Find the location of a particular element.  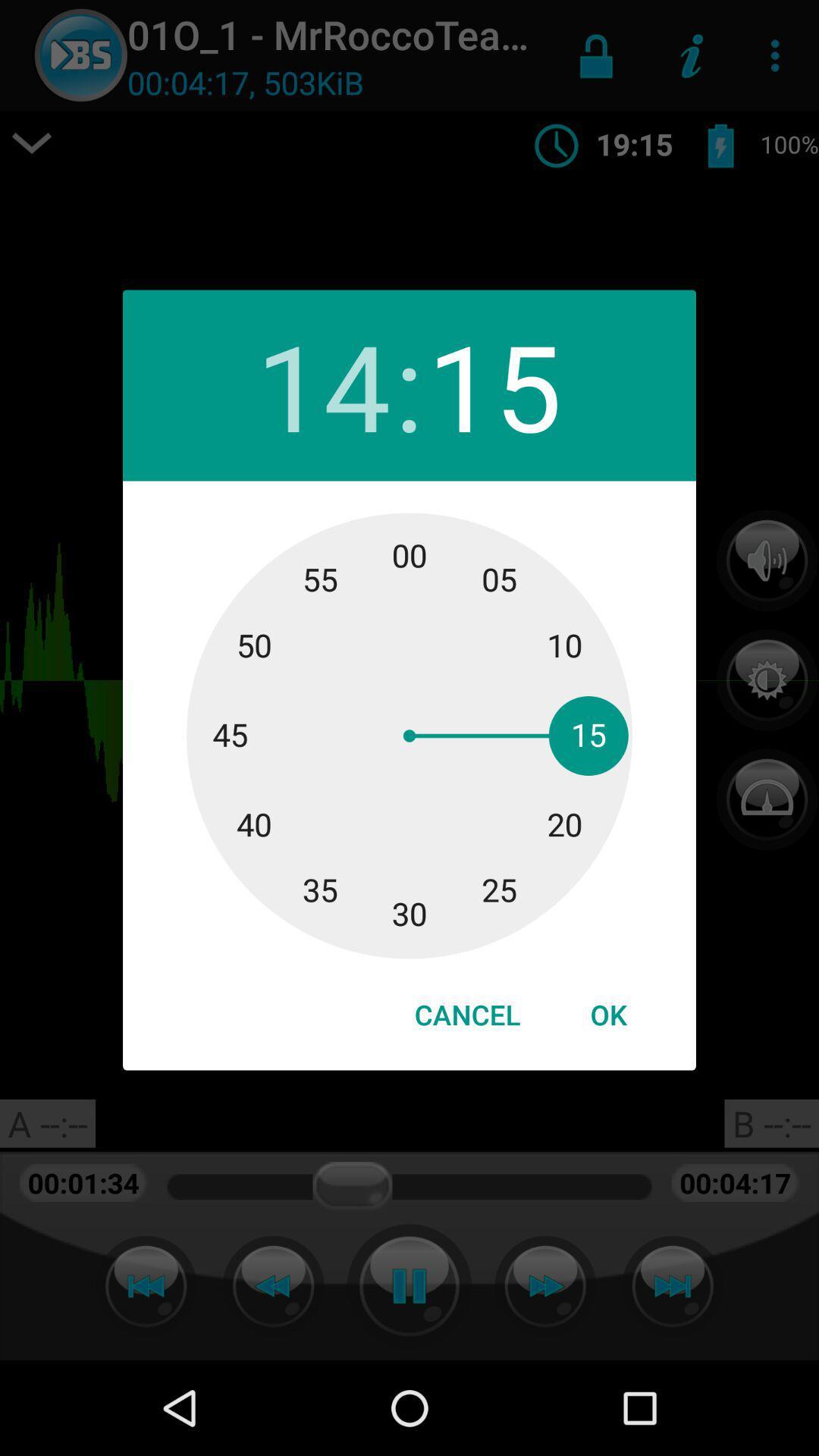

item next to the : item is located at coordinates (322, 385).